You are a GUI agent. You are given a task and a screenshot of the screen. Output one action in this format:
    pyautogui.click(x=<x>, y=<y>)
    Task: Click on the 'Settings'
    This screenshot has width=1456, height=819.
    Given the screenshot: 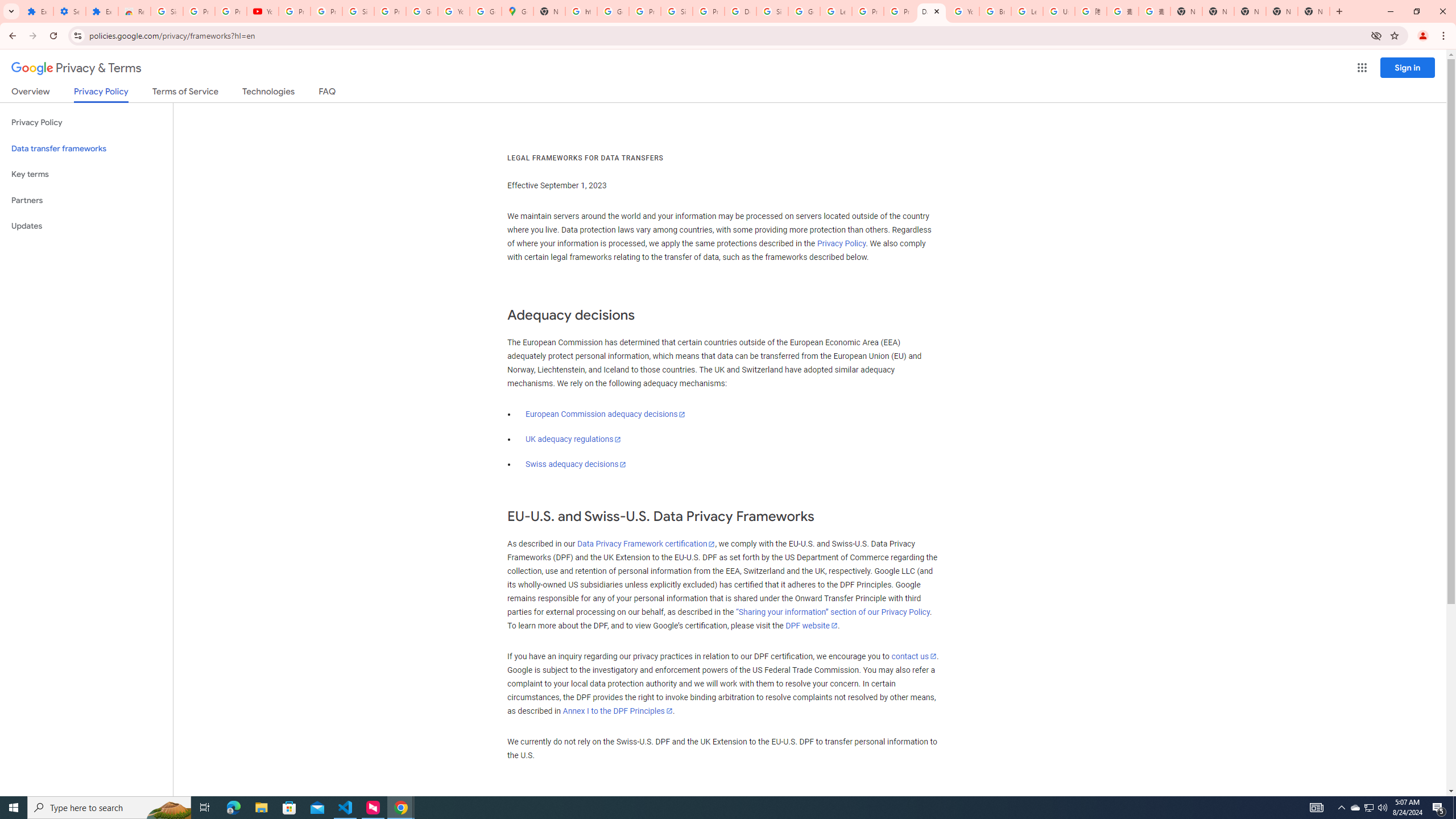 What is the action you would take?
    pyautogui.click(x=69, y=11)
    